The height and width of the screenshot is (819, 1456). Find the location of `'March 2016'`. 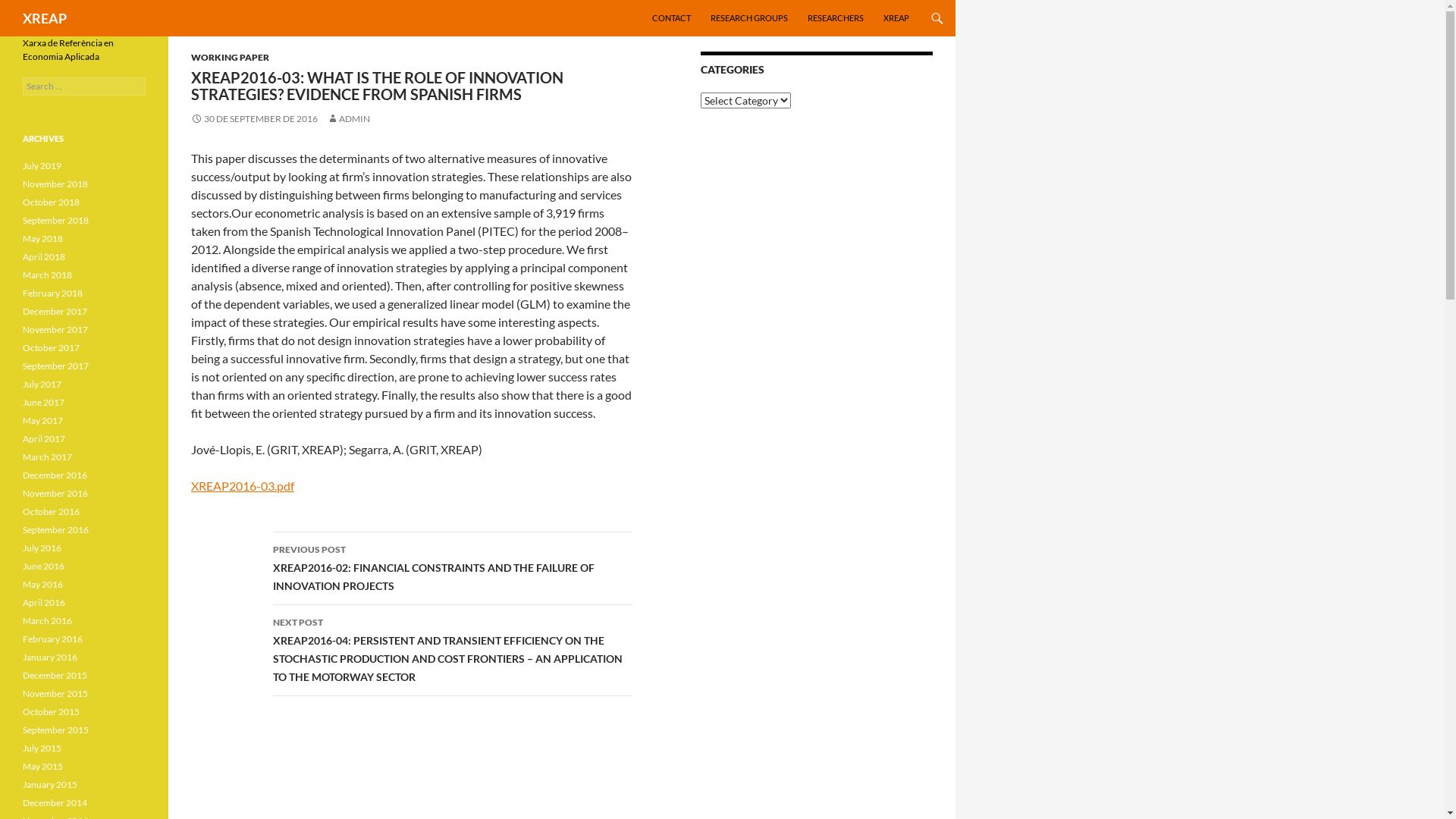

'March 2016' is located at coordinates (47, 620).